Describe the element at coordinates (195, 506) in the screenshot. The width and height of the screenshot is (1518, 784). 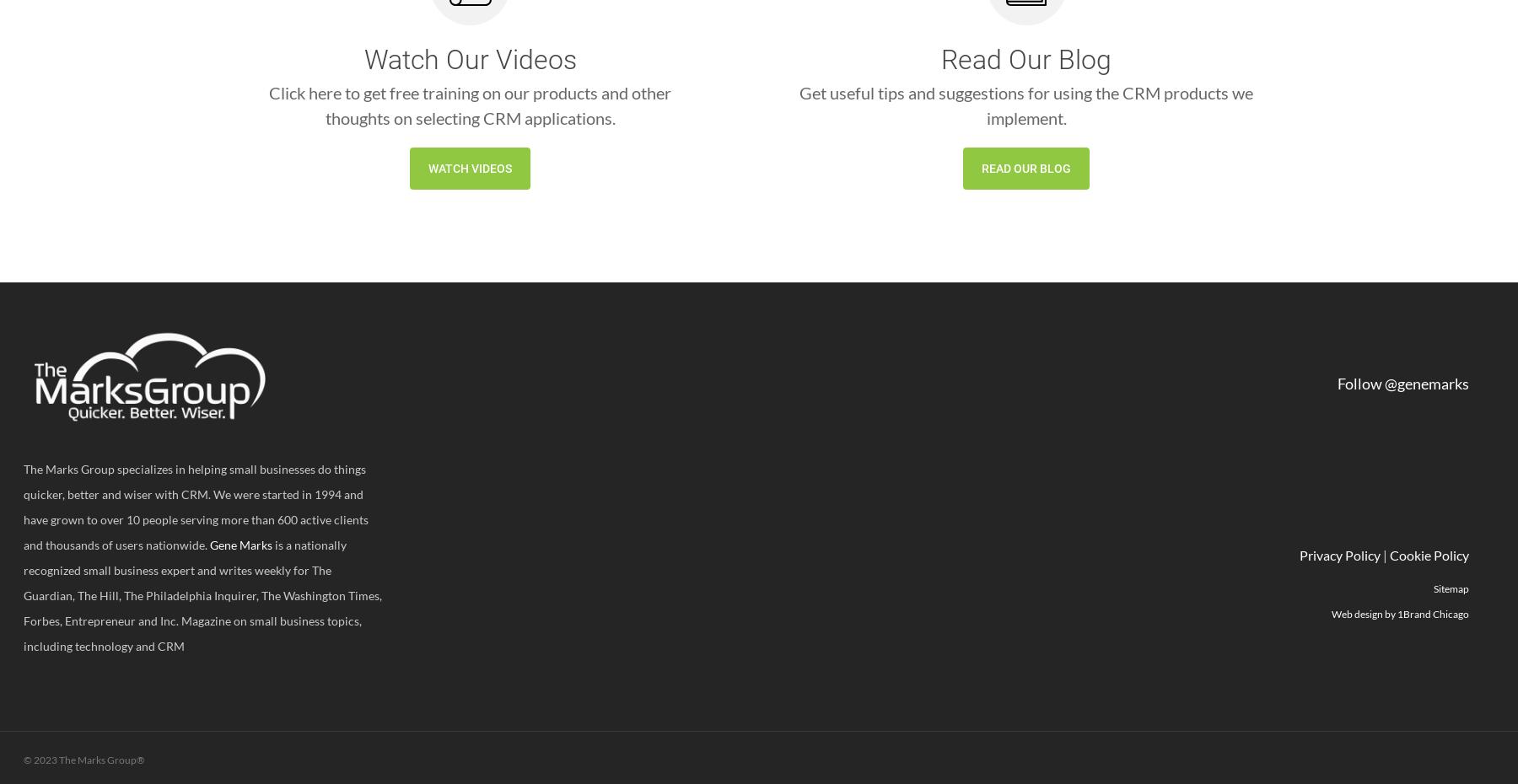
I see `'The Marks Group specializes in helping small businesses do things quicker, better and wiser with CRM. We were started in 1994 and have grown to over 10 people serving more than 600 active clients and thousands of users nationwide.'` at that location.